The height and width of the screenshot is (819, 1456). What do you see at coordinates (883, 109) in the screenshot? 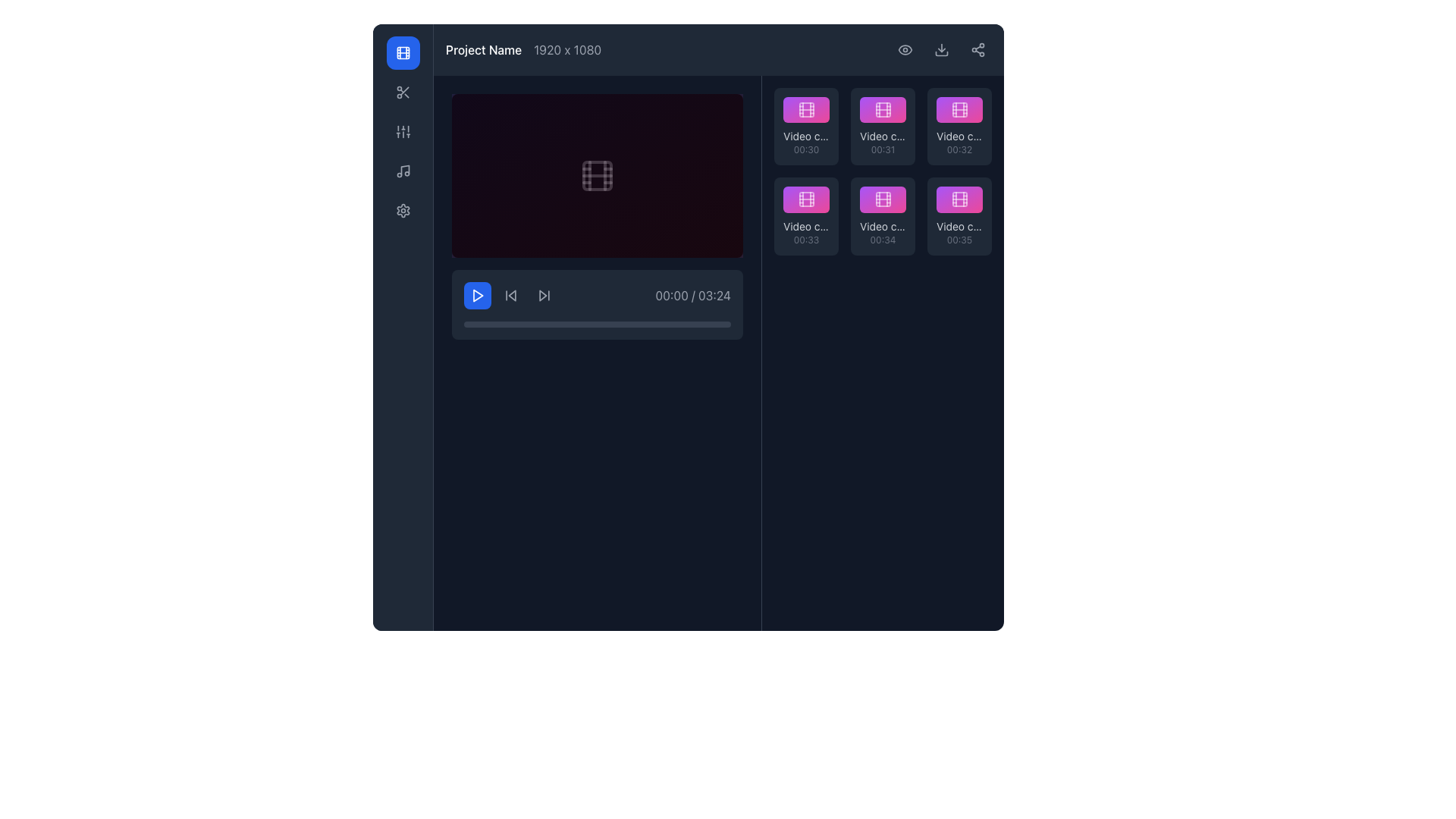
I see `the distinctive video clip icon with a rectangular shape and rounded corners, located in the second row of icons on the right section of the interface` at bounding box center [883, 109].